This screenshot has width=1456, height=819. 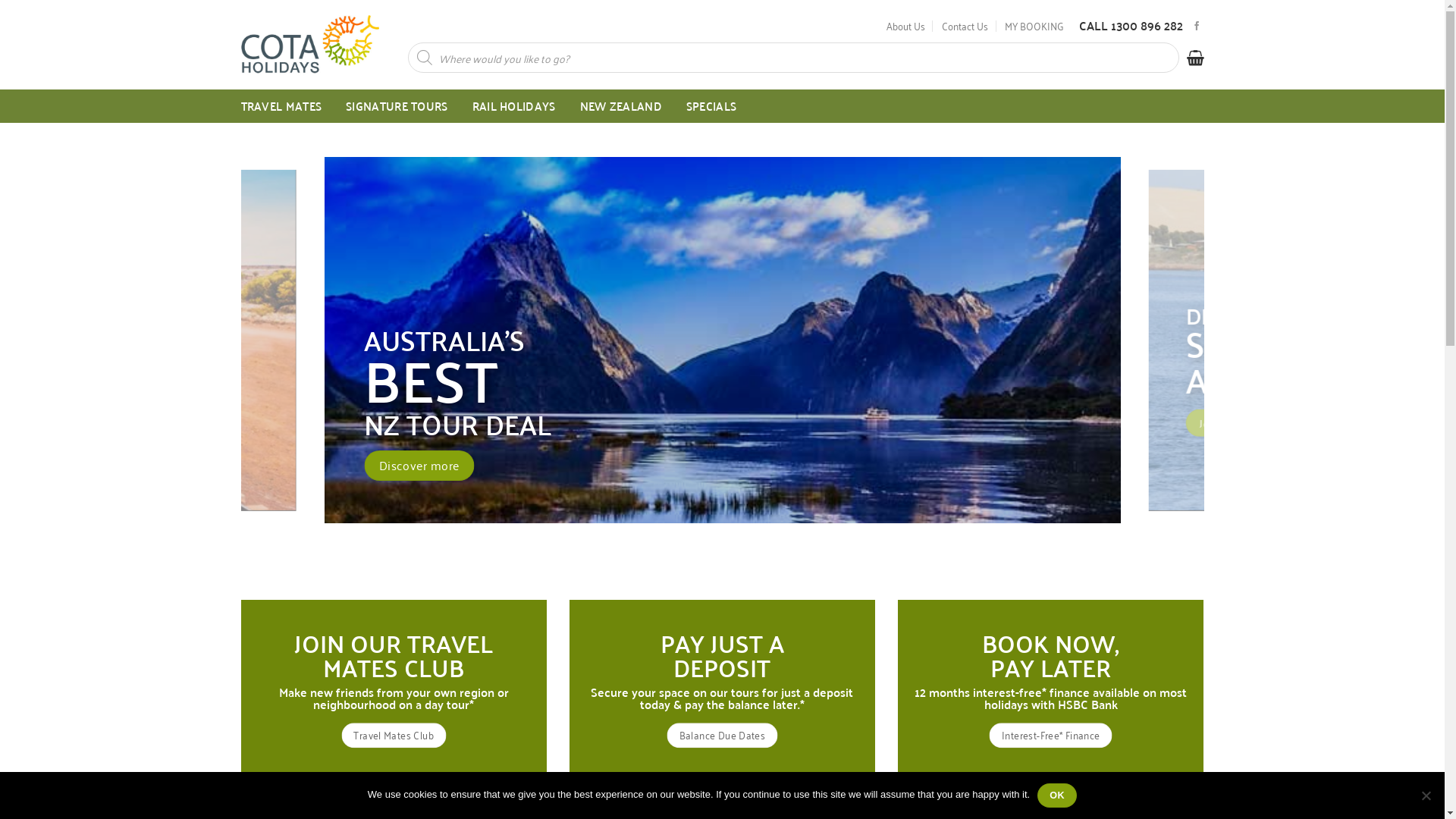 What do you see at coordinates (1033, 26) in the screenshot?
I see `'MY BOOKING'` at bounding box center [1033, 26].